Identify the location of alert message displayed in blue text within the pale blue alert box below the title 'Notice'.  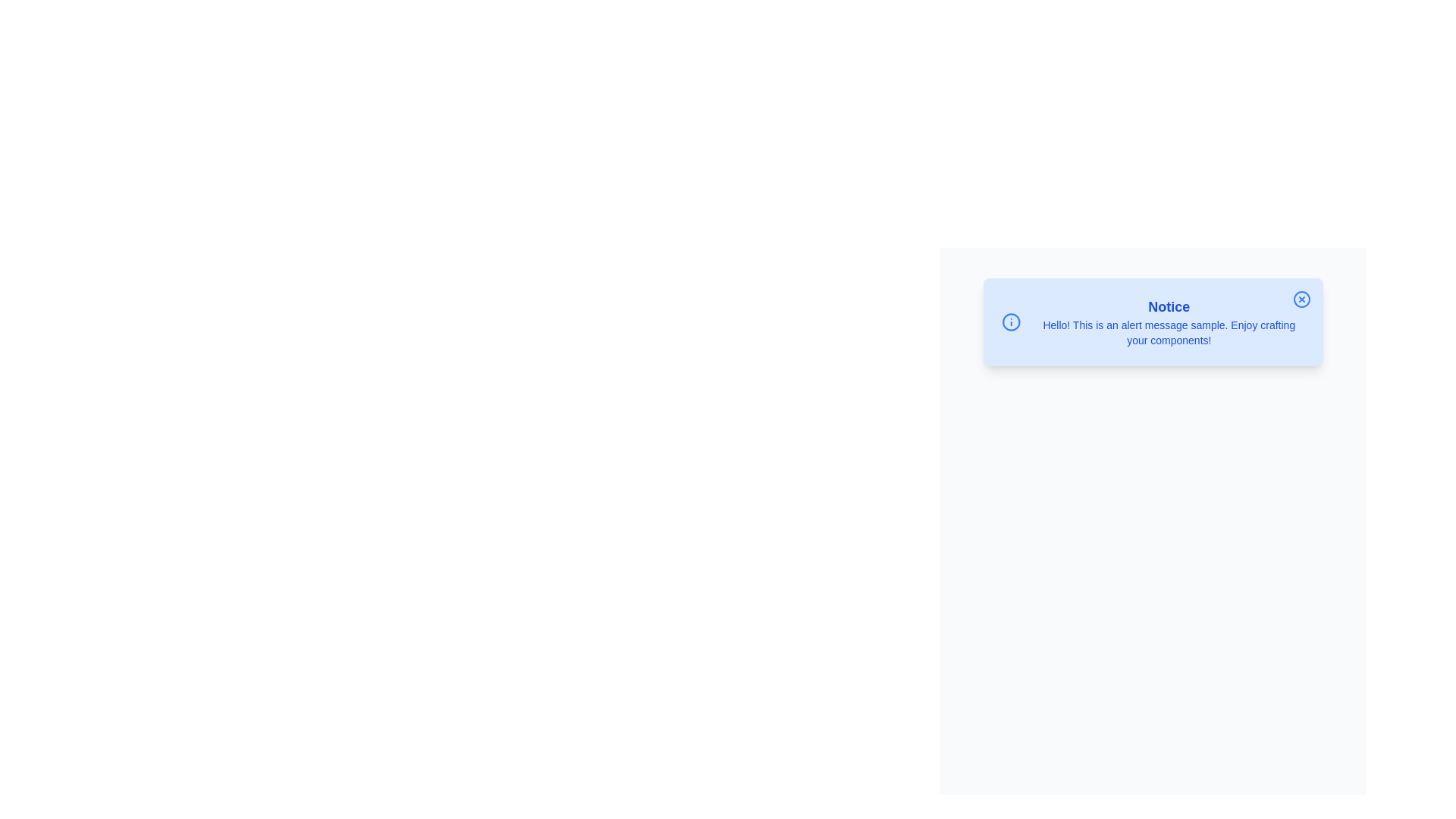
(1168, 332).